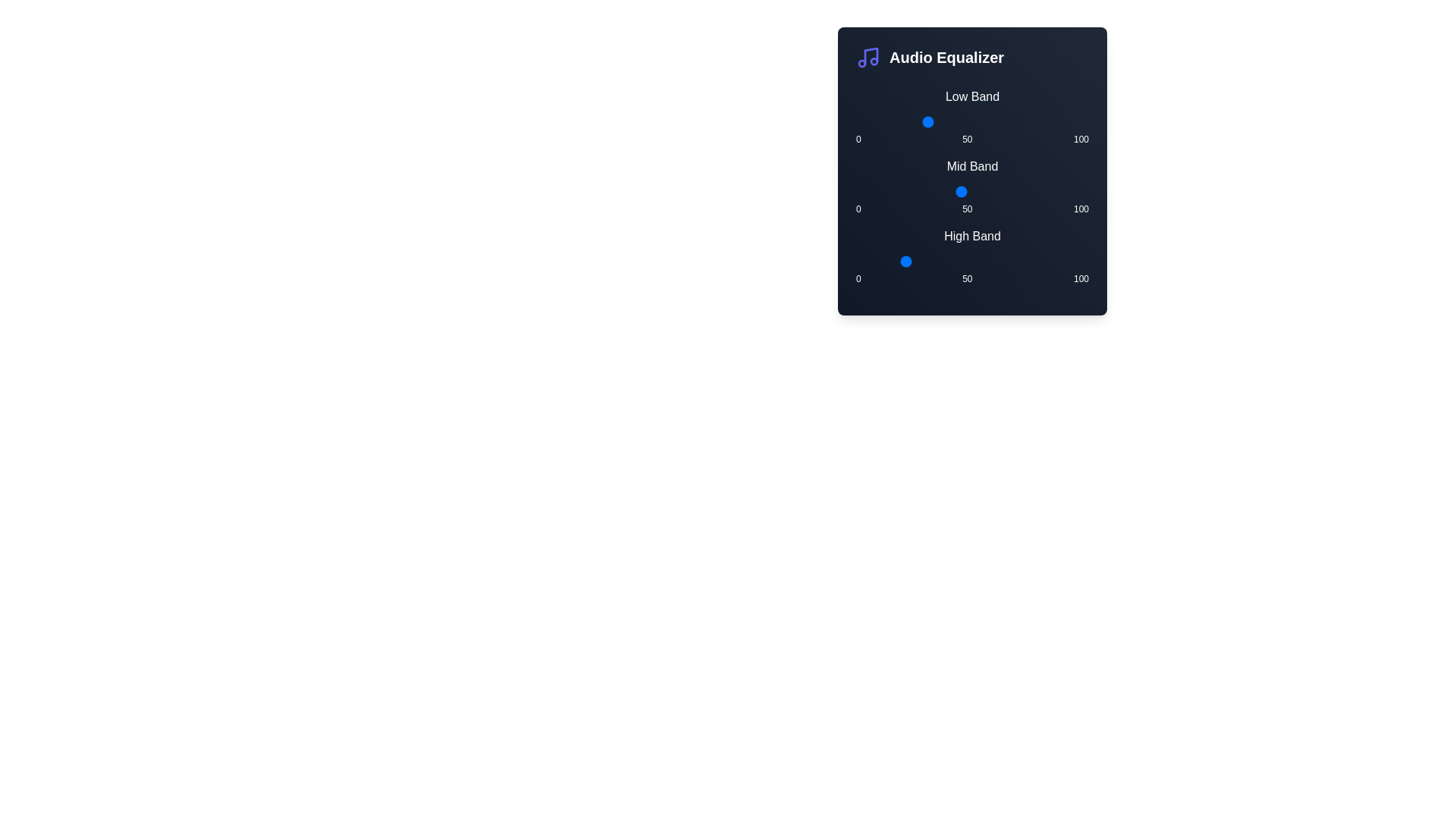 The image size is (1456, 819). I want to click on the Mid Band slider to set its value to 30, so click(925, 191).